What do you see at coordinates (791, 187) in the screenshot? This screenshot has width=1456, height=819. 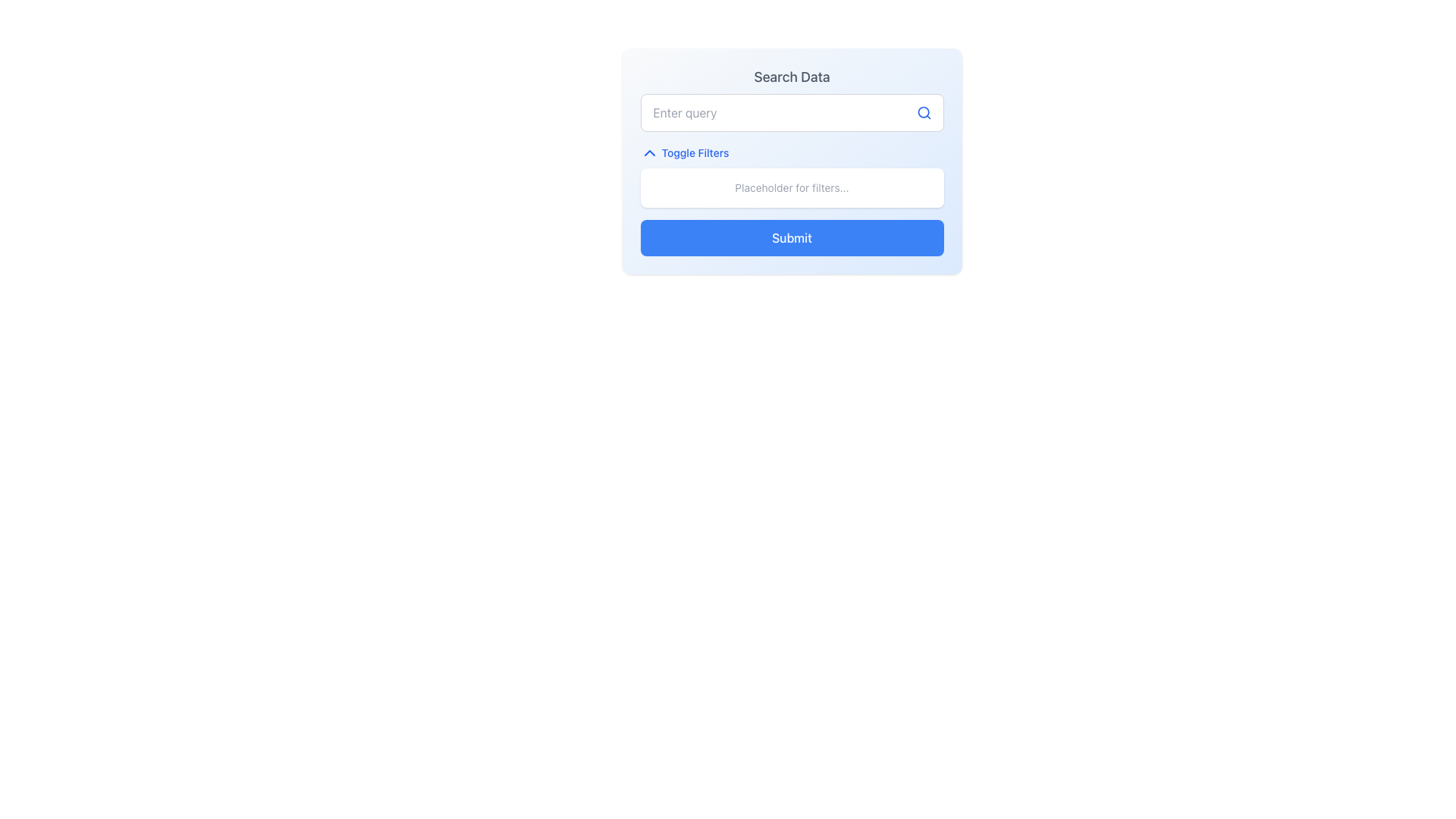 I see `the inactive placeholder area located centrally beneath the 'Toggle Filters' header and above the blue 'Submit' button` at bounding box center [791, 187].